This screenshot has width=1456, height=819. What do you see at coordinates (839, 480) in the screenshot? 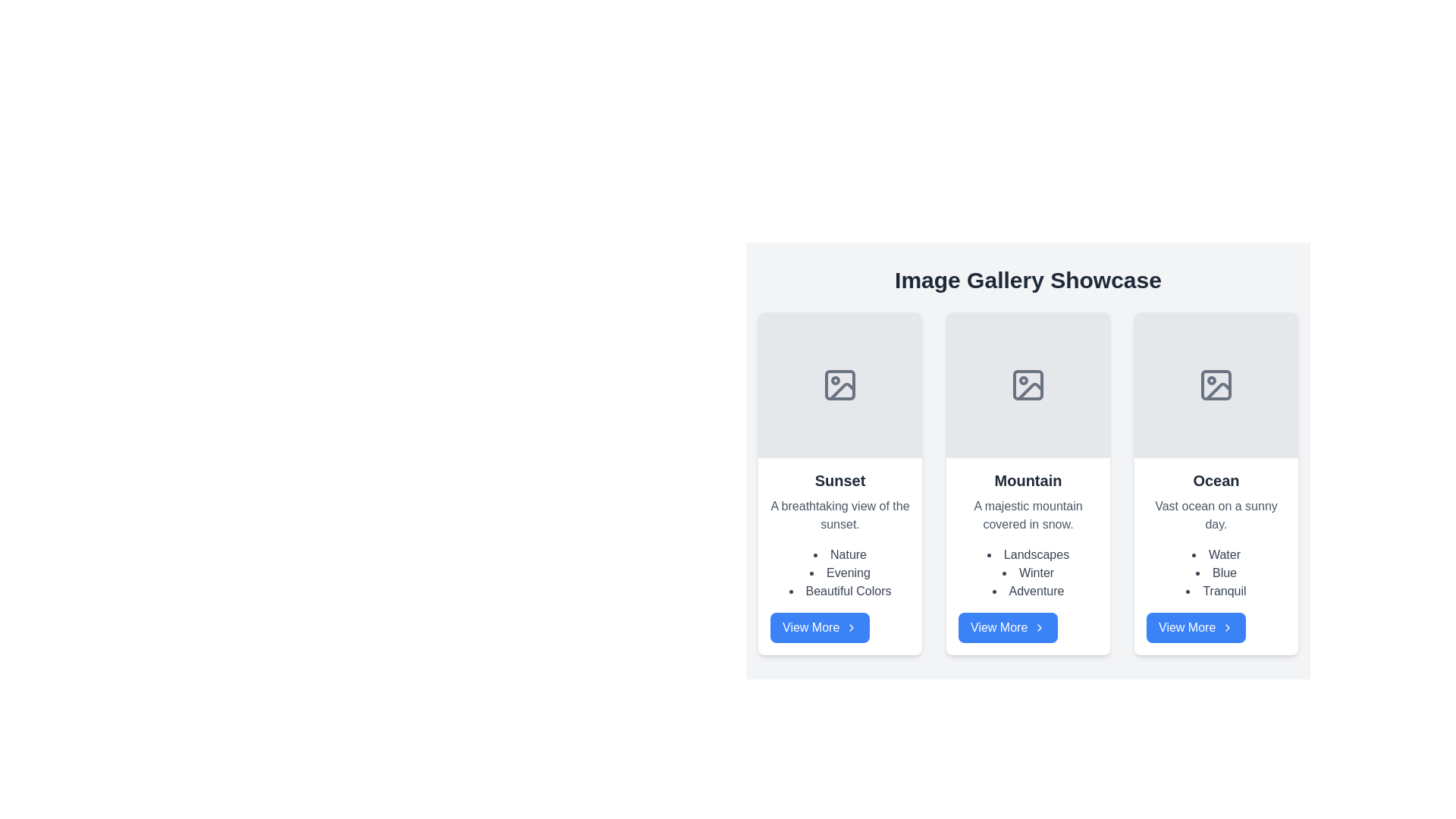
I see `text from the header label located at the top of the leftmost card, which describes the primary subject of the card below it` at bounding box center [839, 480].